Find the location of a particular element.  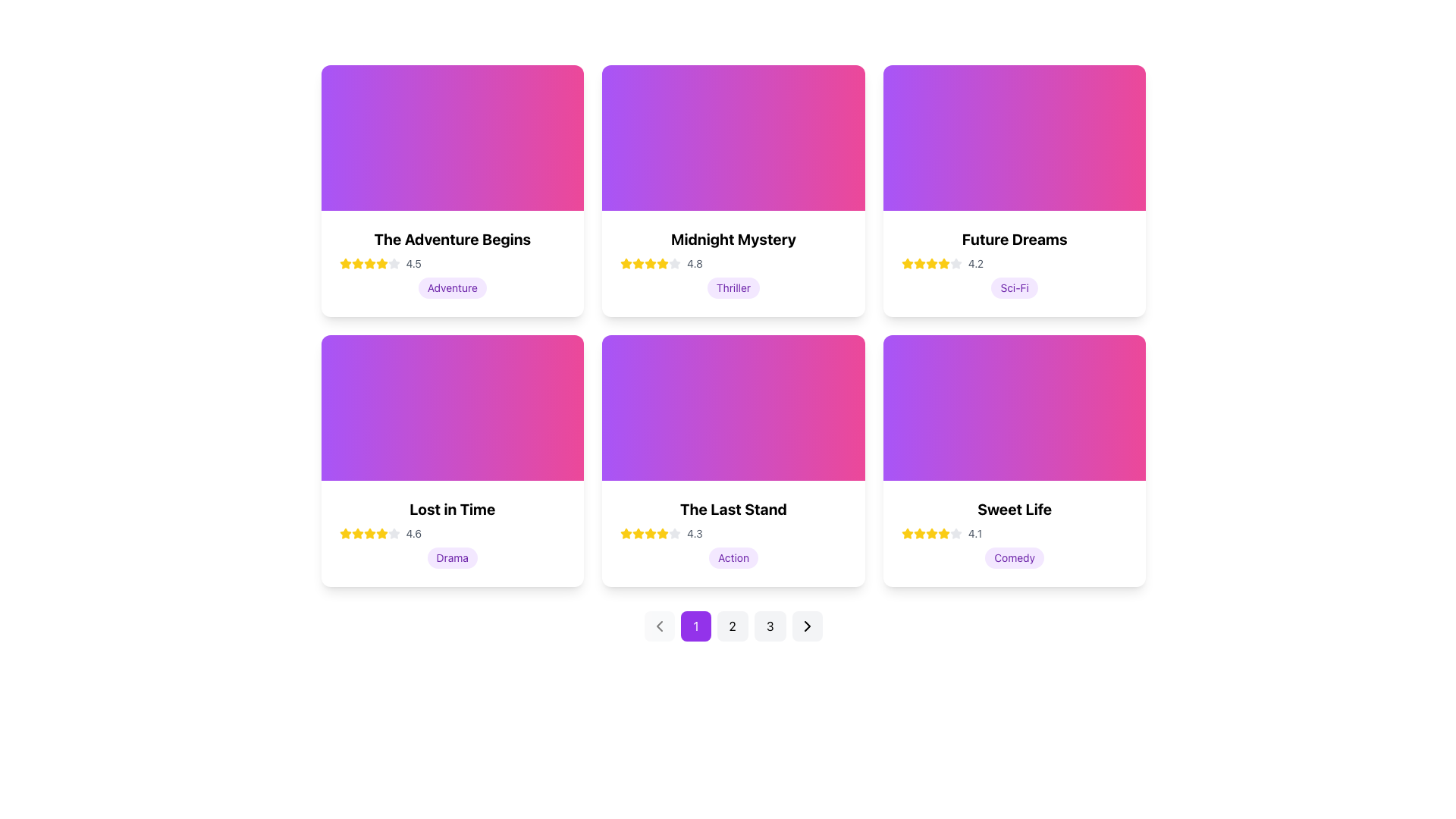

the fifth star icon representing the movie 'Sweet Life' from the fourth card in the second row is located at coordinates (955, 532).